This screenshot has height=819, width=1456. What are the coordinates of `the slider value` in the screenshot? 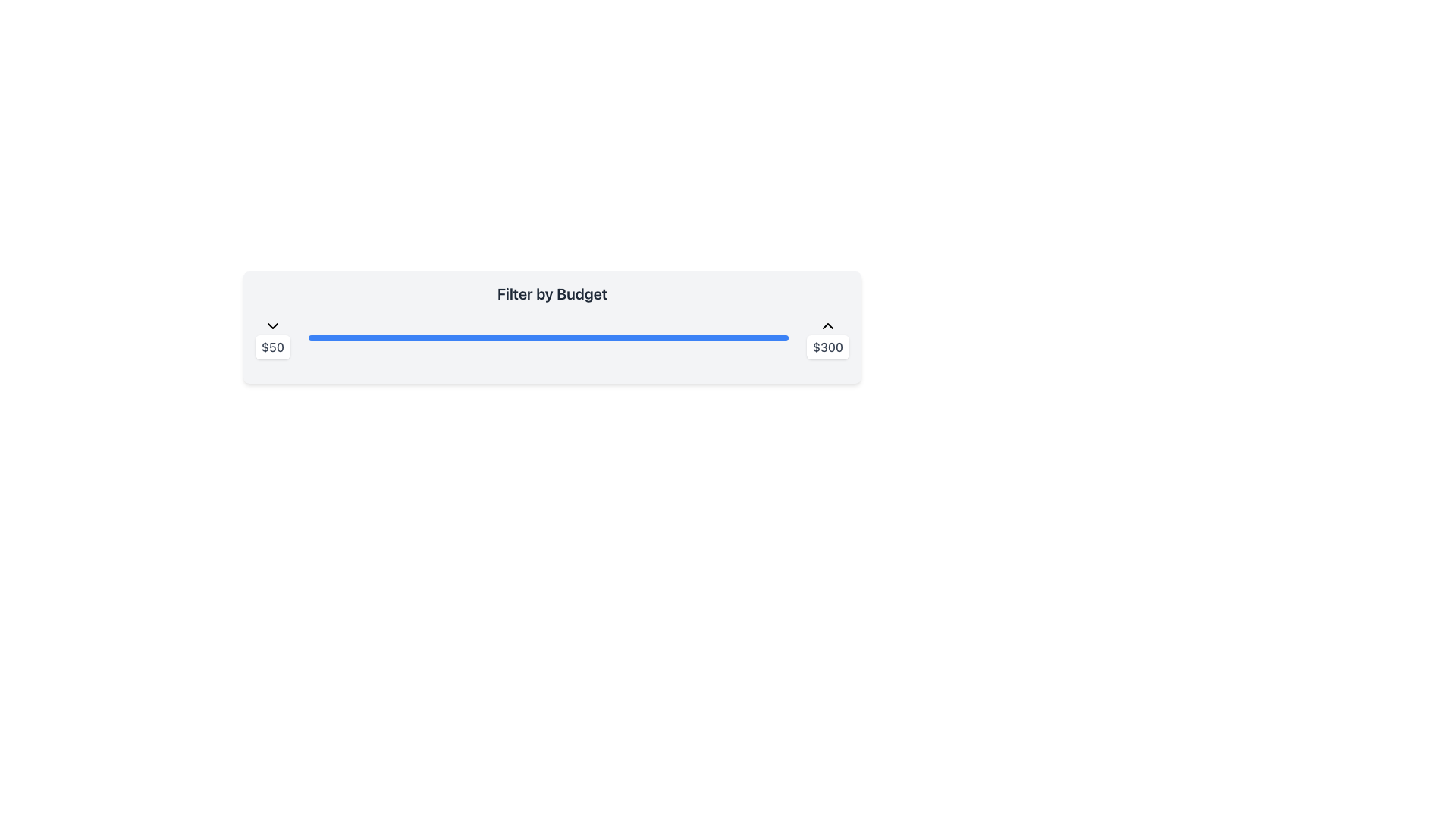 It's located at (625, 337).